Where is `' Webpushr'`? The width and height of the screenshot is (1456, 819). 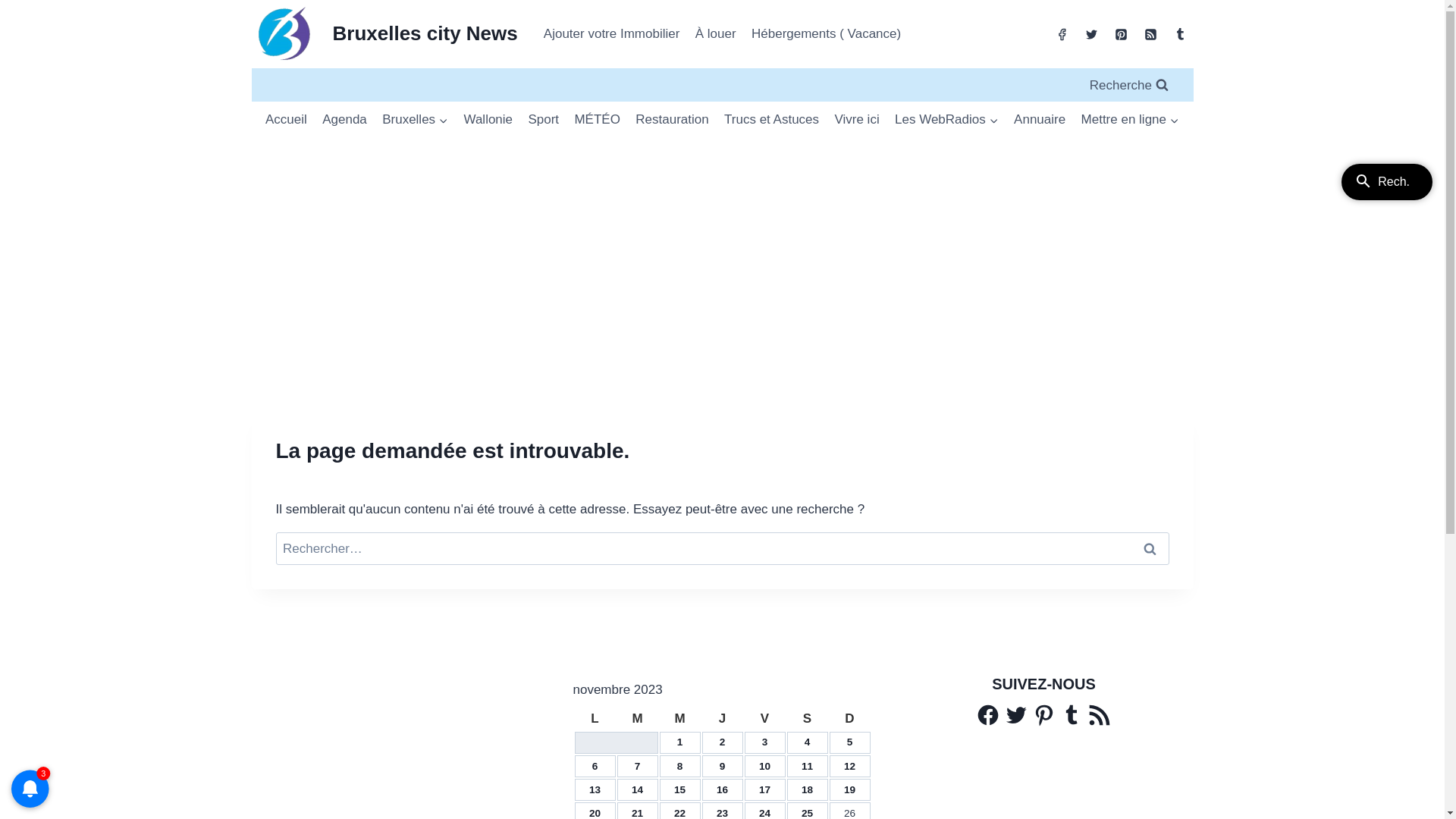 ' Webpushr' is located at coordinates (30, 766).